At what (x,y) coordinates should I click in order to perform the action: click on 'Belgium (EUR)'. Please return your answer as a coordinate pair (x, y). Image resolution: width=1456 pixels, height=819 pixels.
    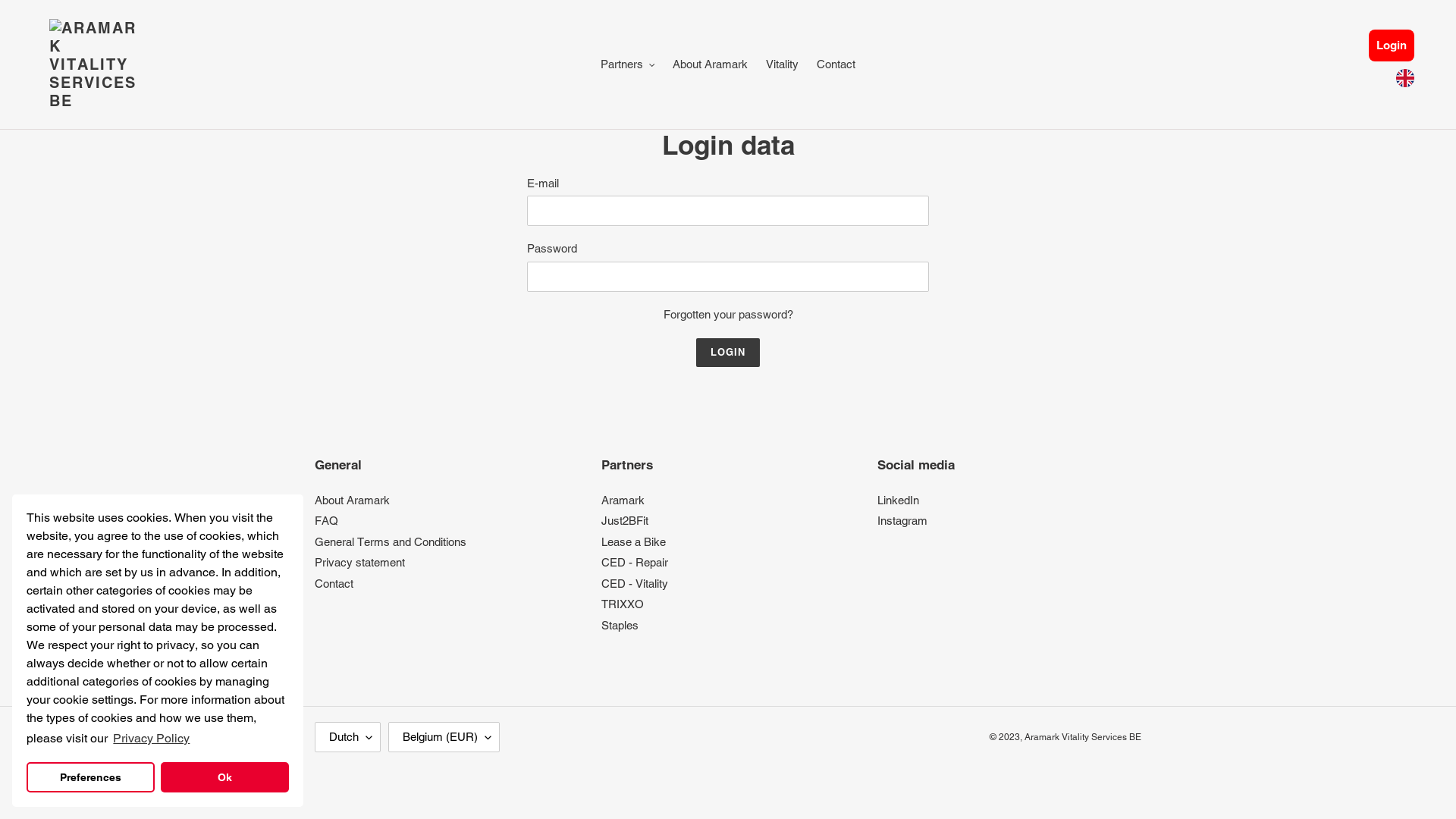
    Looking at the image, I should click on (443, 736).